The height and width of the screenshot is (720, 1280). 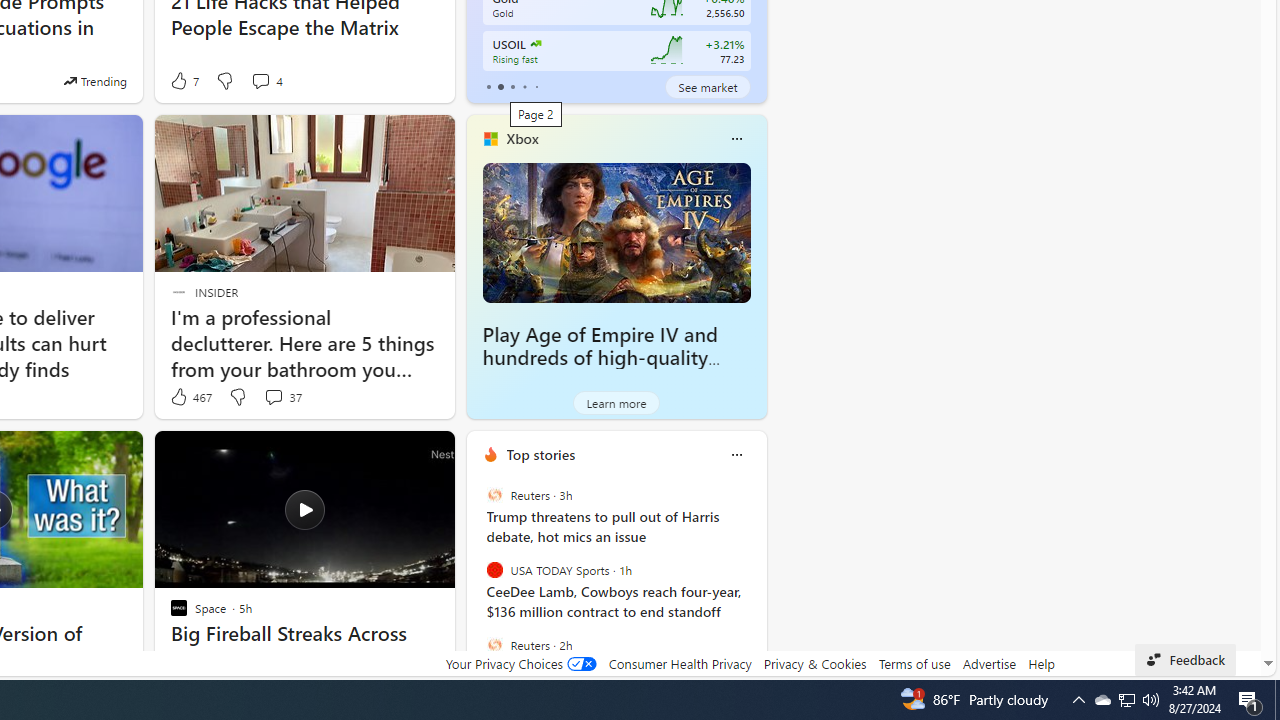 I want to click on '467 Like', so click(x=190, y=397).